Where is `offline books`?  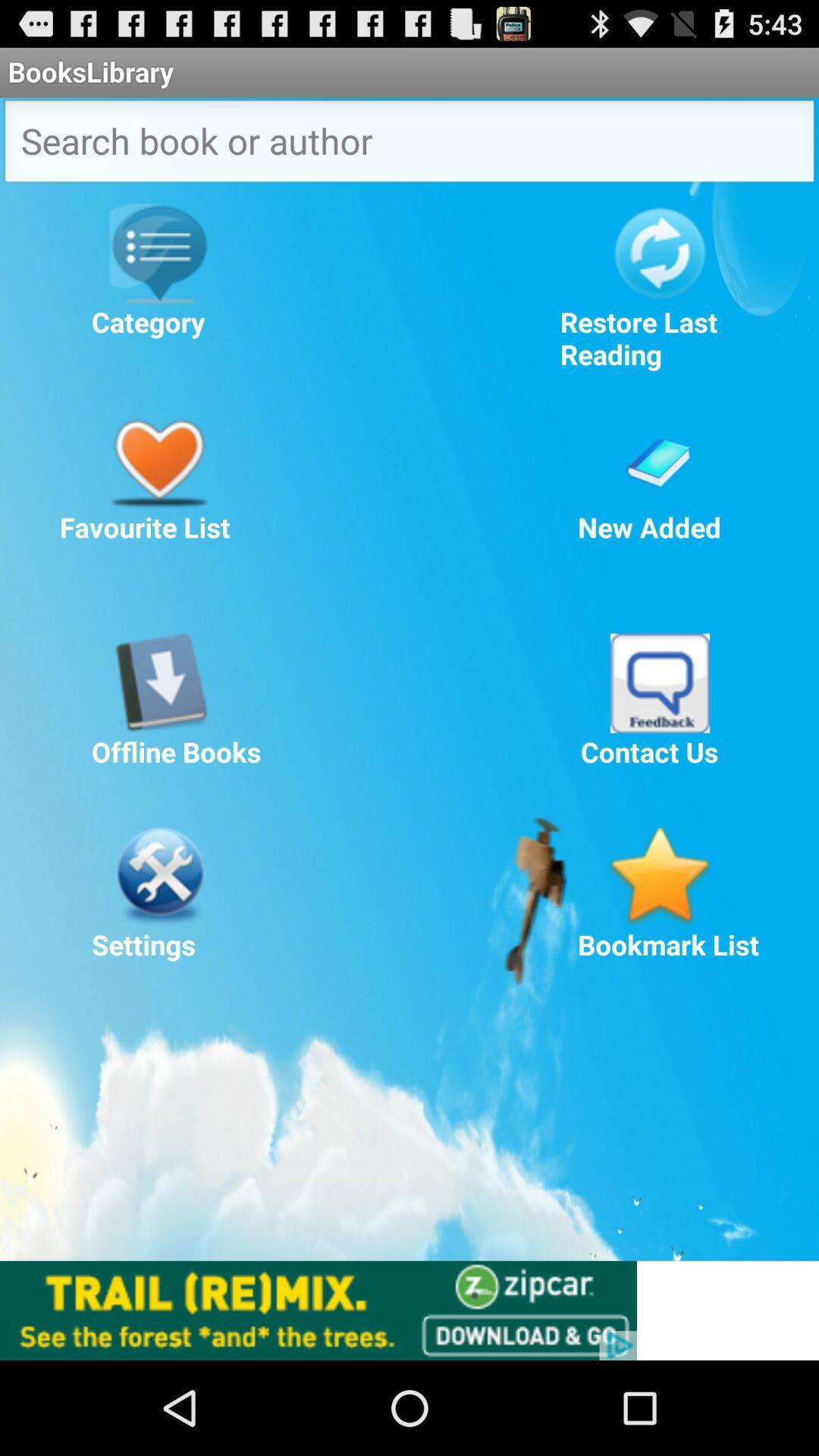
offline books is located at coordinates (158, 682).